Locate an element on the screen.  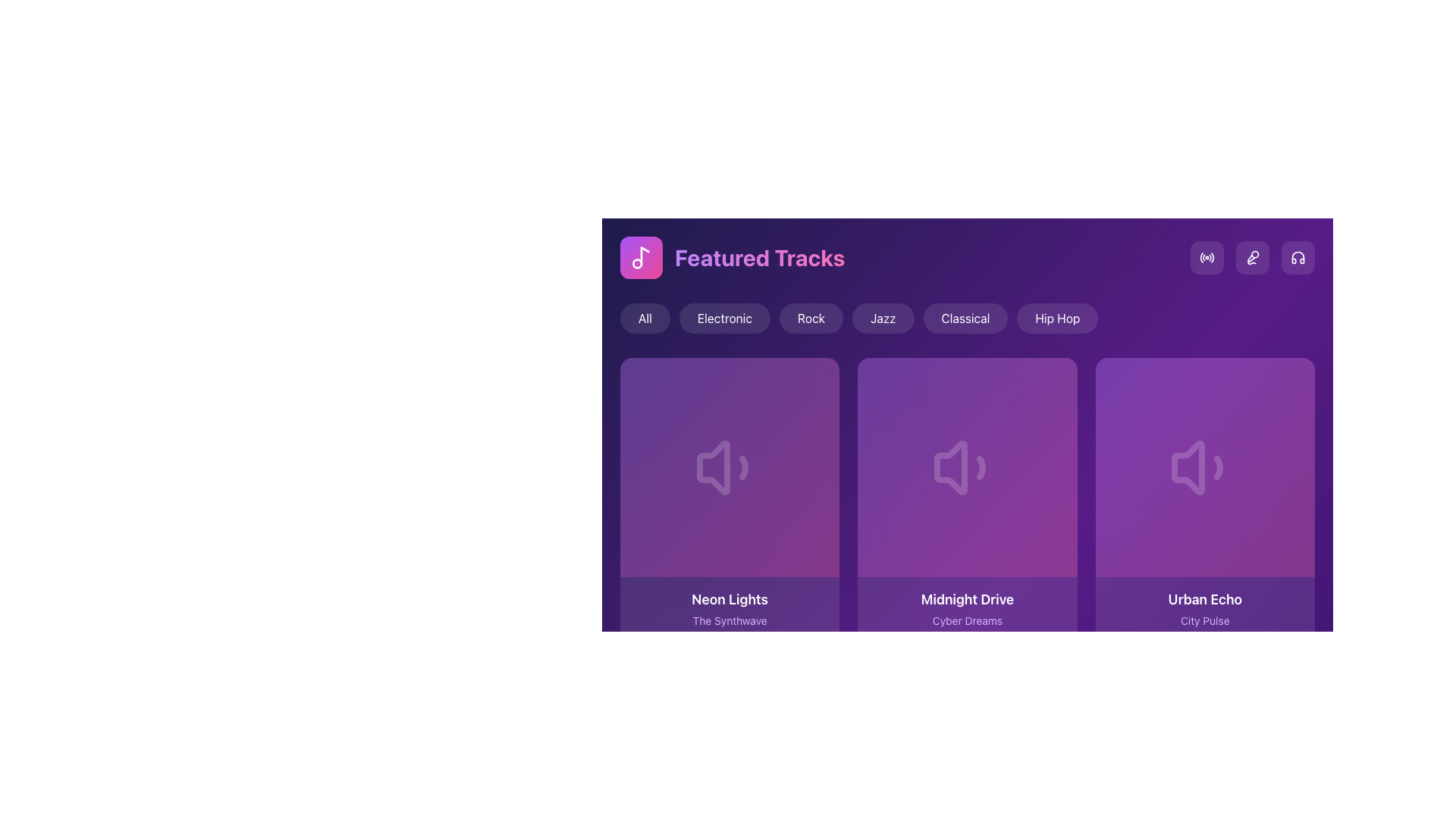
the pill-shaped button with a purple background and white text reading 'Rock' is located at coordinates (811, 318).